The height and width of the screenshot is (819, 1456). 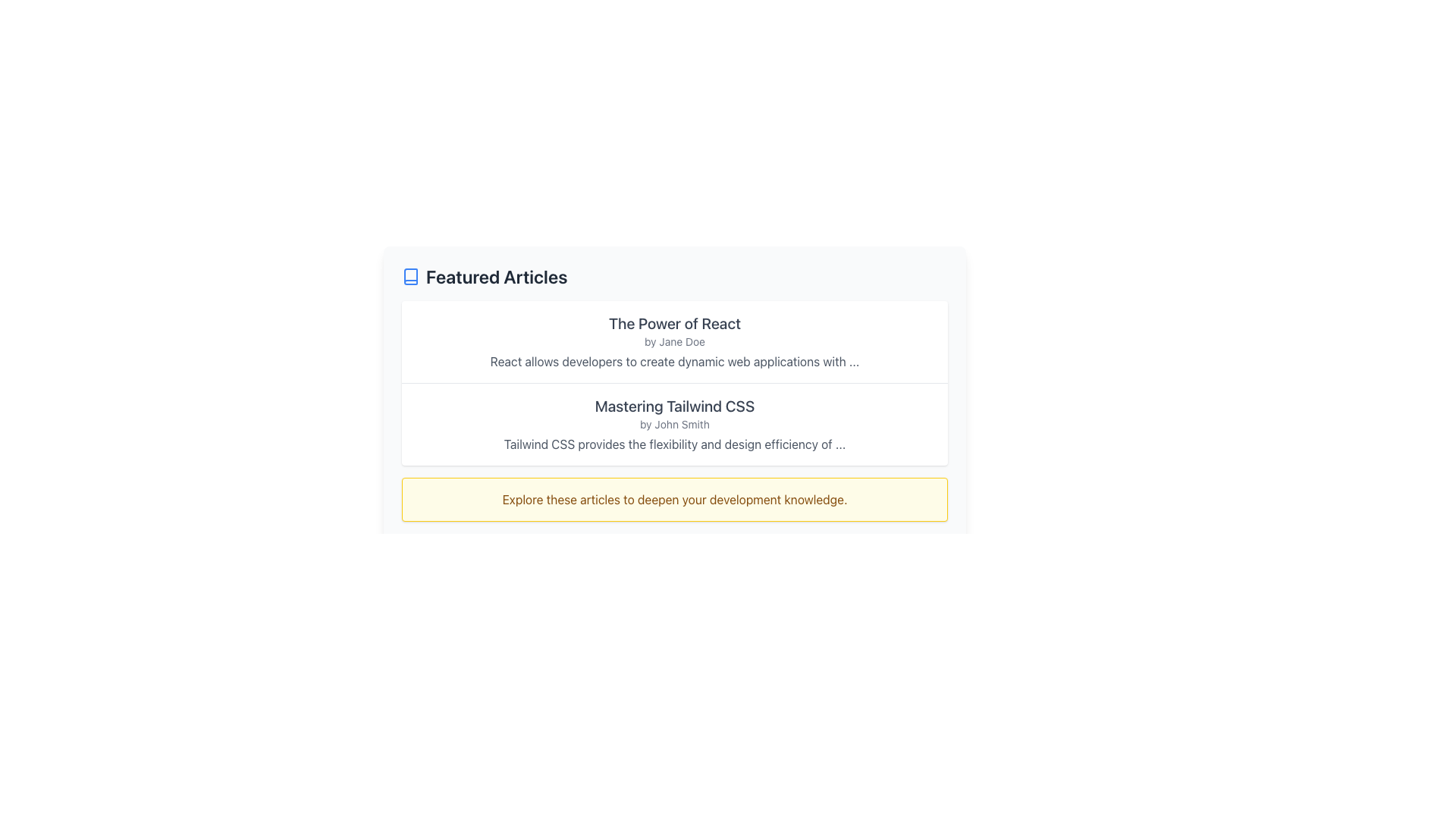 I want to click on the static text label containing 'by John Smith', which is located directly below the title 'Mastering Tailwind CSS' and styled in a lighter gray color, so click(x=673, y=424).